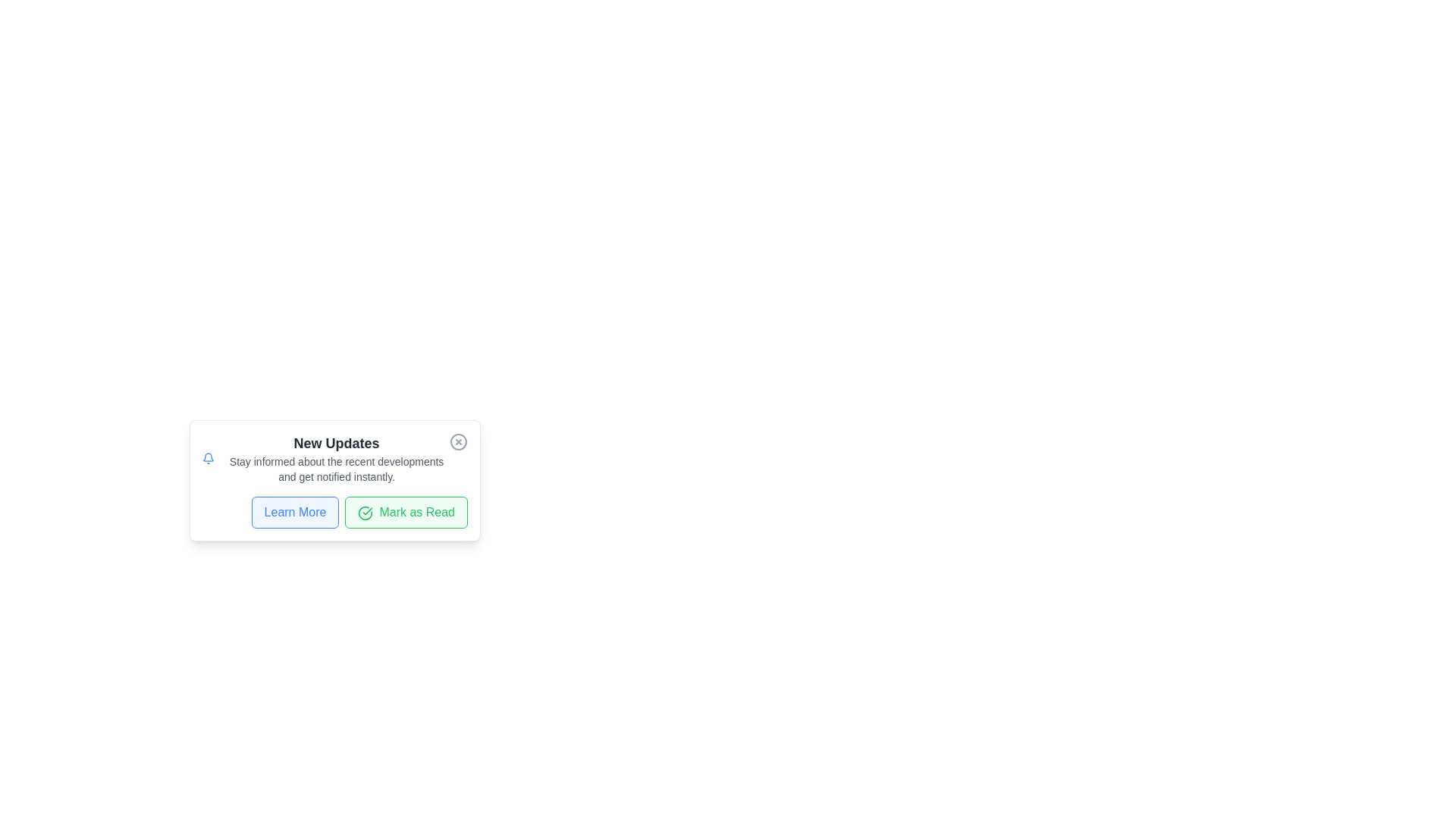 The image size is (1456, 819). I want to click on the 'Mark as Read' button located in the bottom-right corner of the 'New Updates' popup, positioned to the right of the 'Learn More' button for keyboard interaction, so click(406, 512).